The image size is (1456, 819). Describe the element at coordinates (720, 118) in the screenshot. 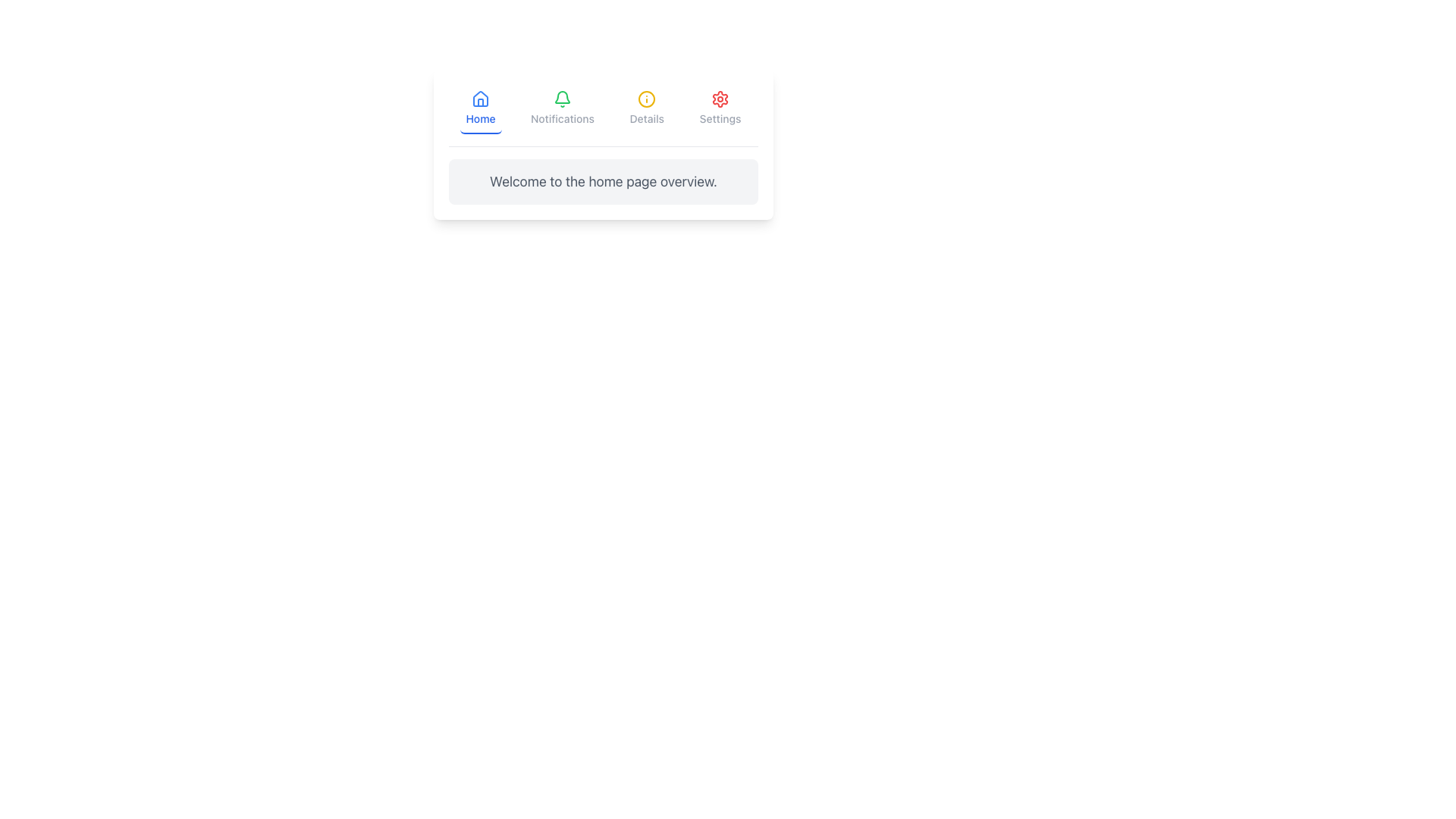

I see `the 'Settings' label in the navigation bar, which is located below a gear icon and is the fourth item from the left` at that location.